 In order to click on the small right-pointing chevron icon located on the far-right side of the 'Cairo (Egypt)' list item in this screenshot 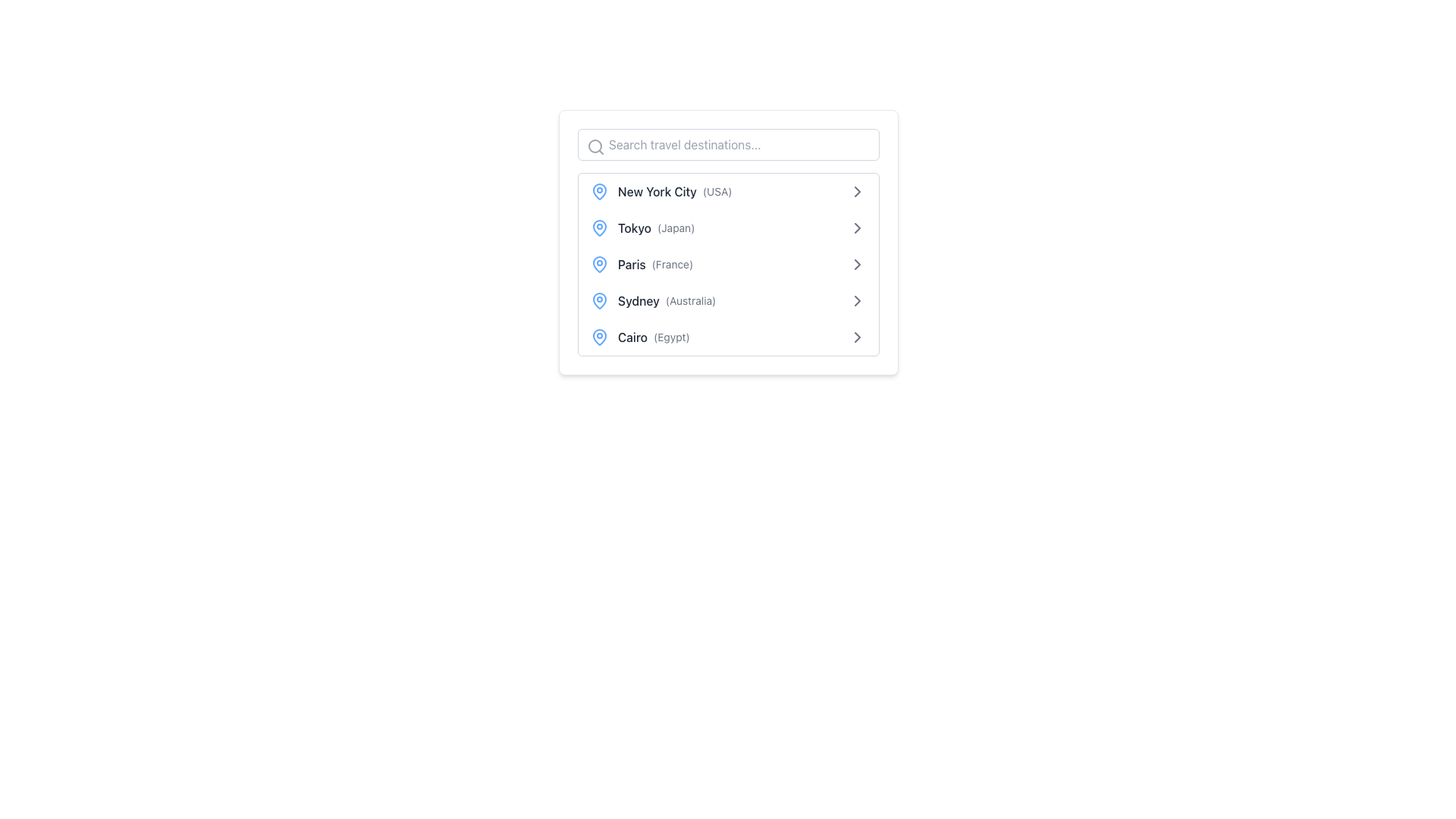, I will do `click(858, 336)`.